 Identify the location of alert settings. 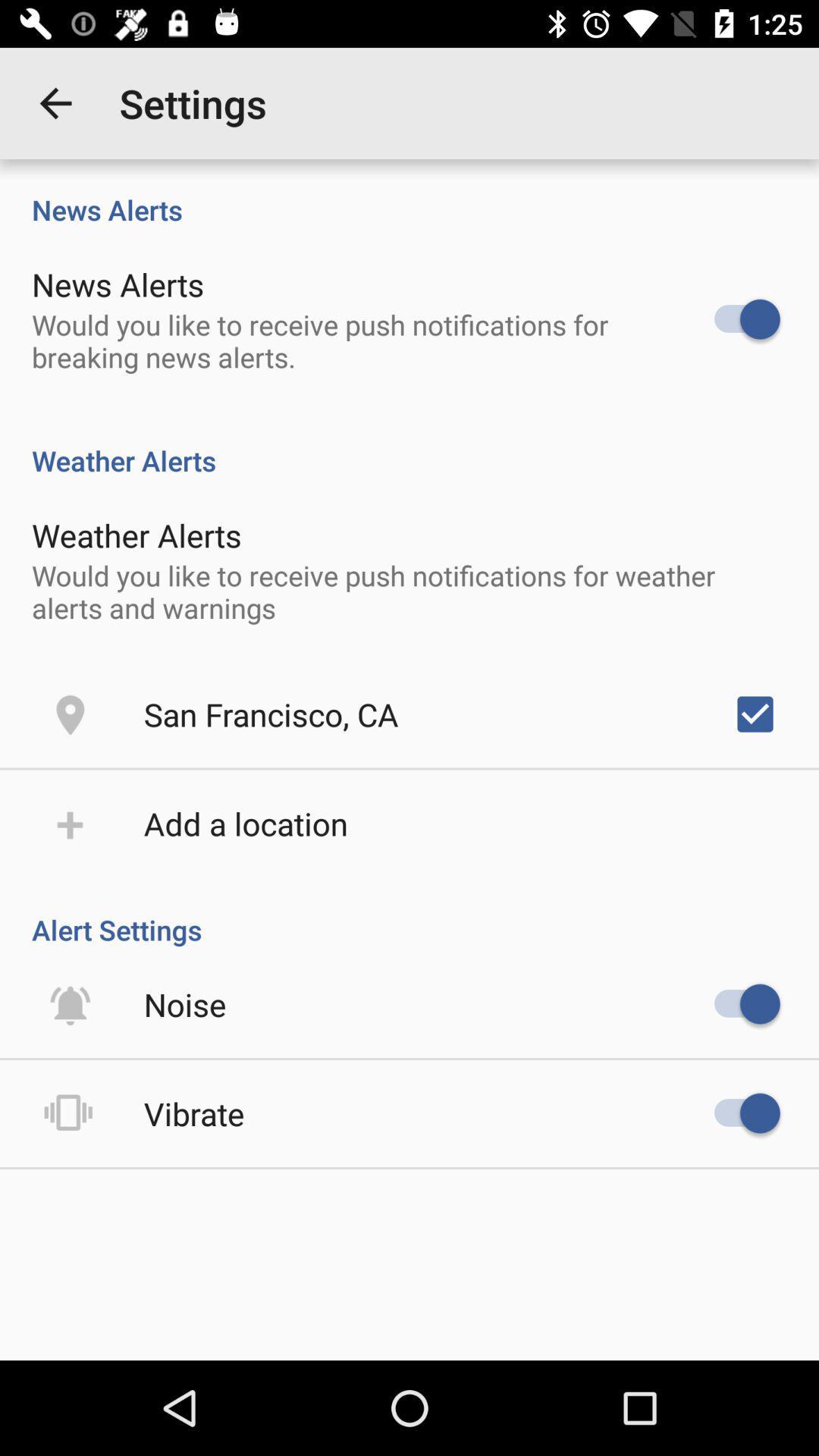
(409, 913).